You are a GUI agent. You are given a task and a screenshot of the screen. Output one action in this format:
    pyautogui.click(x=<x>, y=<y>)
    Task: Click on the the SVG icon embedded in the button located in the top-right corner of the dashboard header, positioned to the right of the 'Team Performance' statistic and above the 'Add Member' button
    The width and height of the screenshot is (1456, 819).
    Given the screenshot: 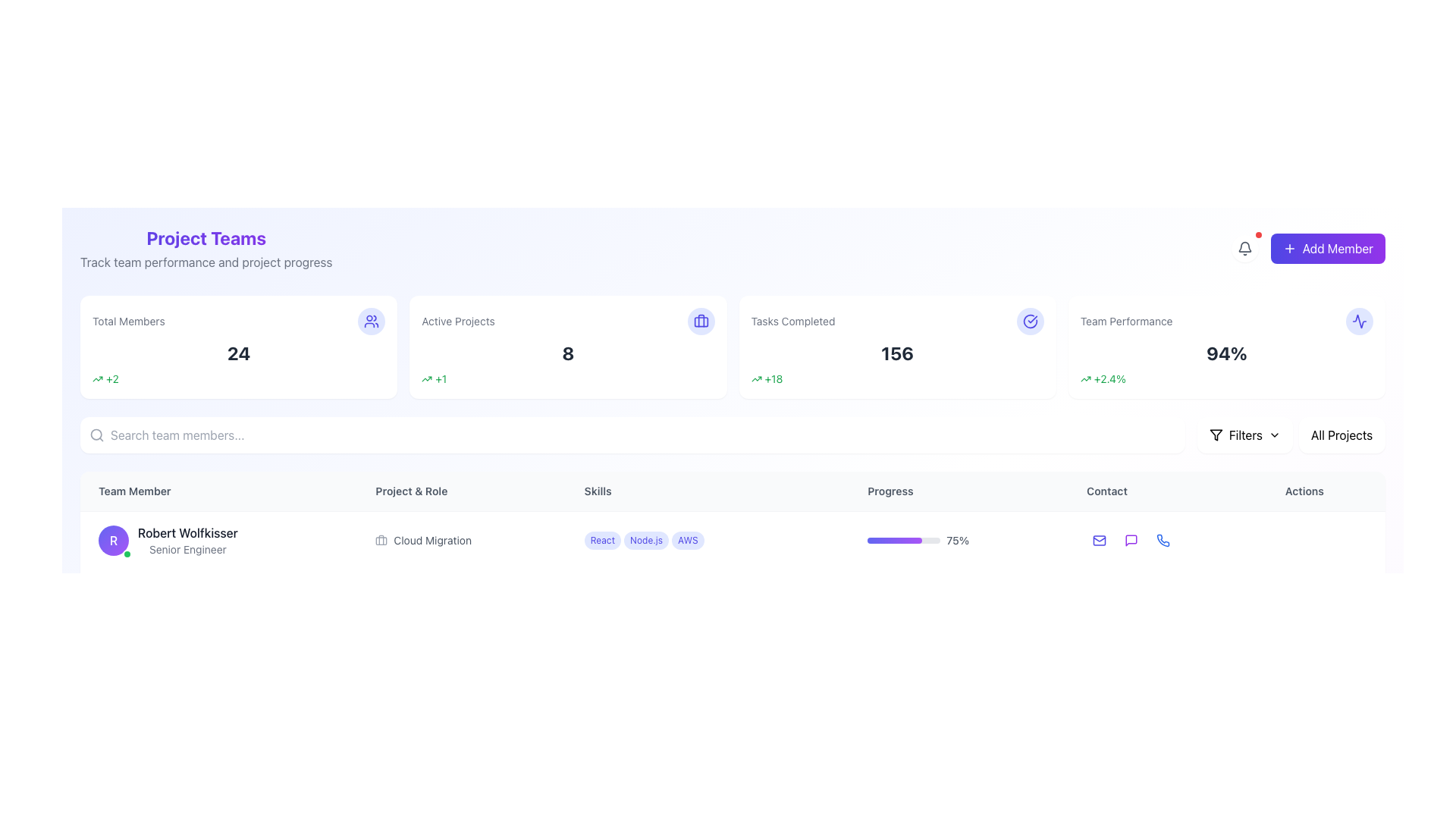 What is the action you would take?
    pyautogui.click(x=1360, y=321)
    